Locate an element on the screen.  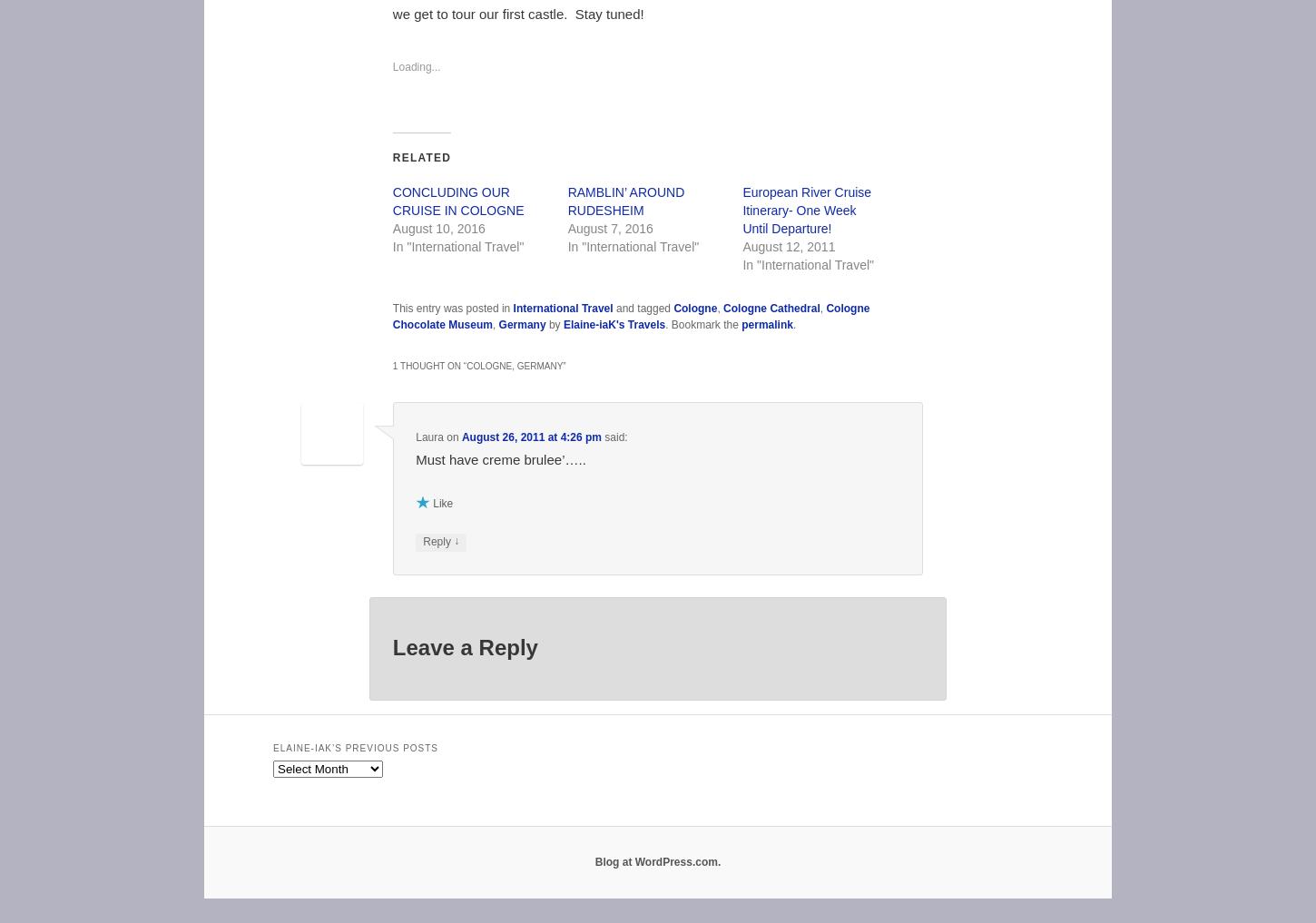
'.' is located at coordinates (792, 322).